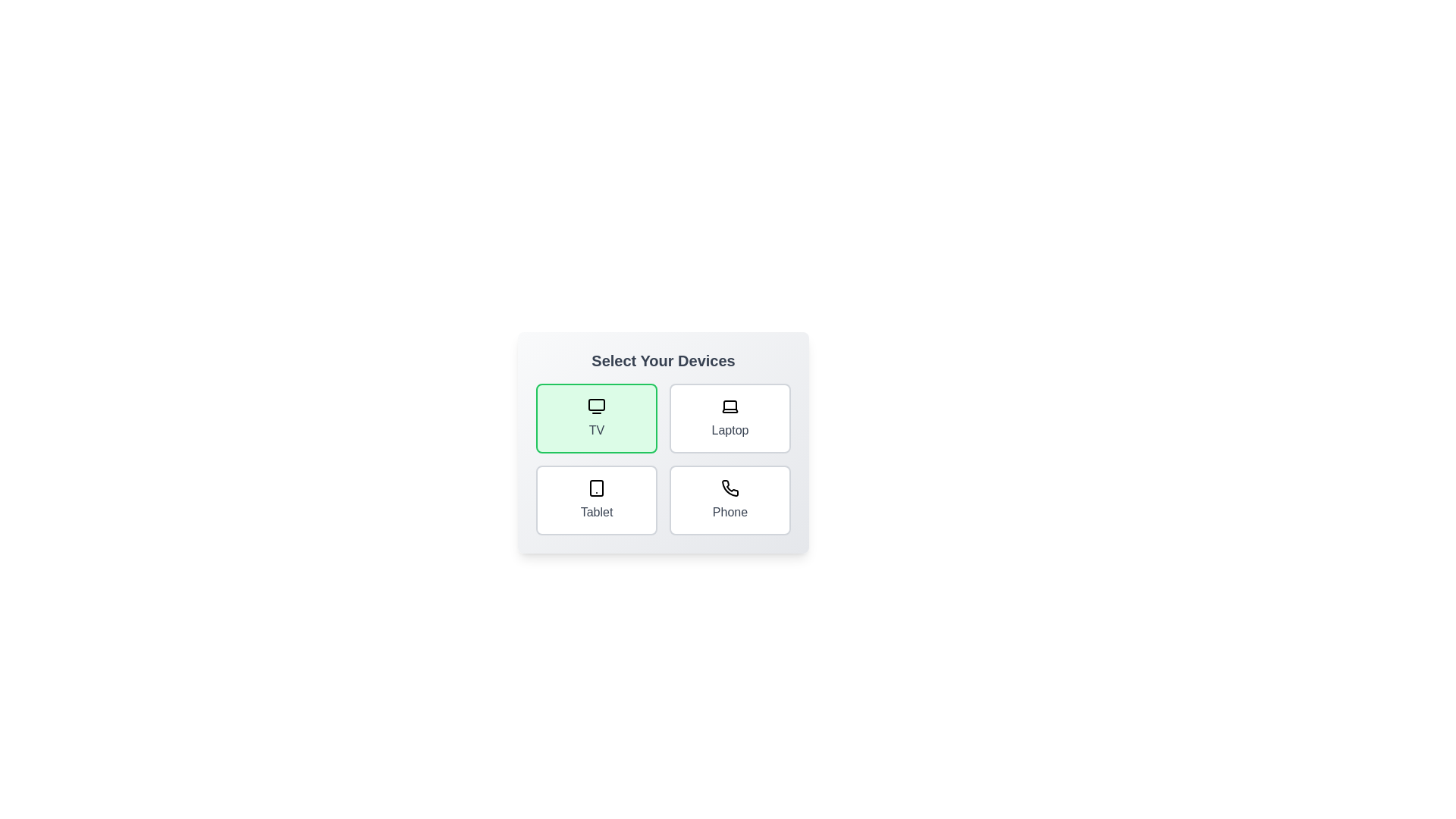  Describe the element at coordinates (730, 418) in the screenshot. I see `the button corresponding to the device Laptop to toggle its selection` at that location.